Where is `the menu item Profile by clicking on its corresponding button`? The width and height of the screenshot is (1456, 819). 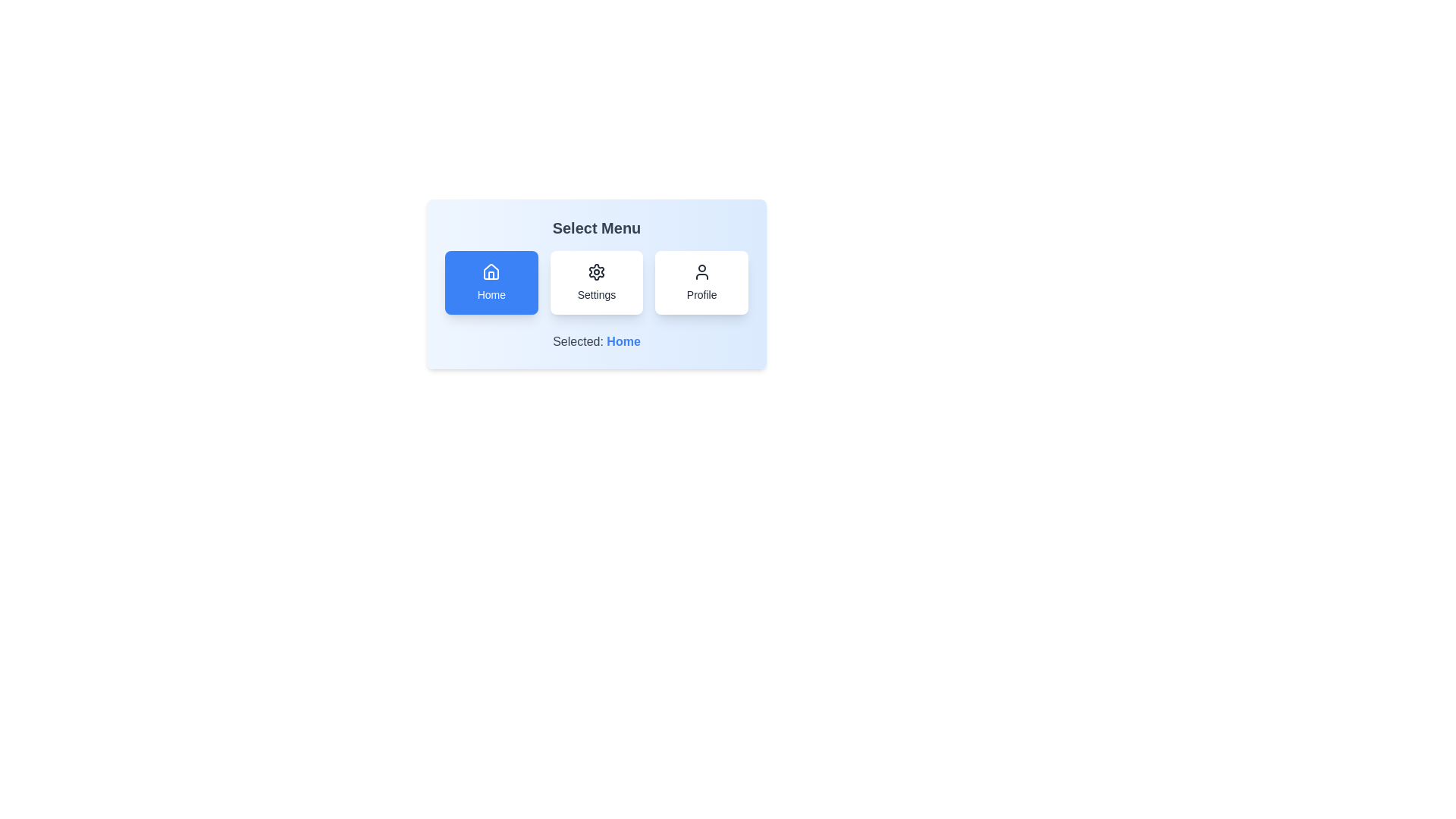
the menu item Profile by clicking on its corresponding button is located at coordinates (701, 283).